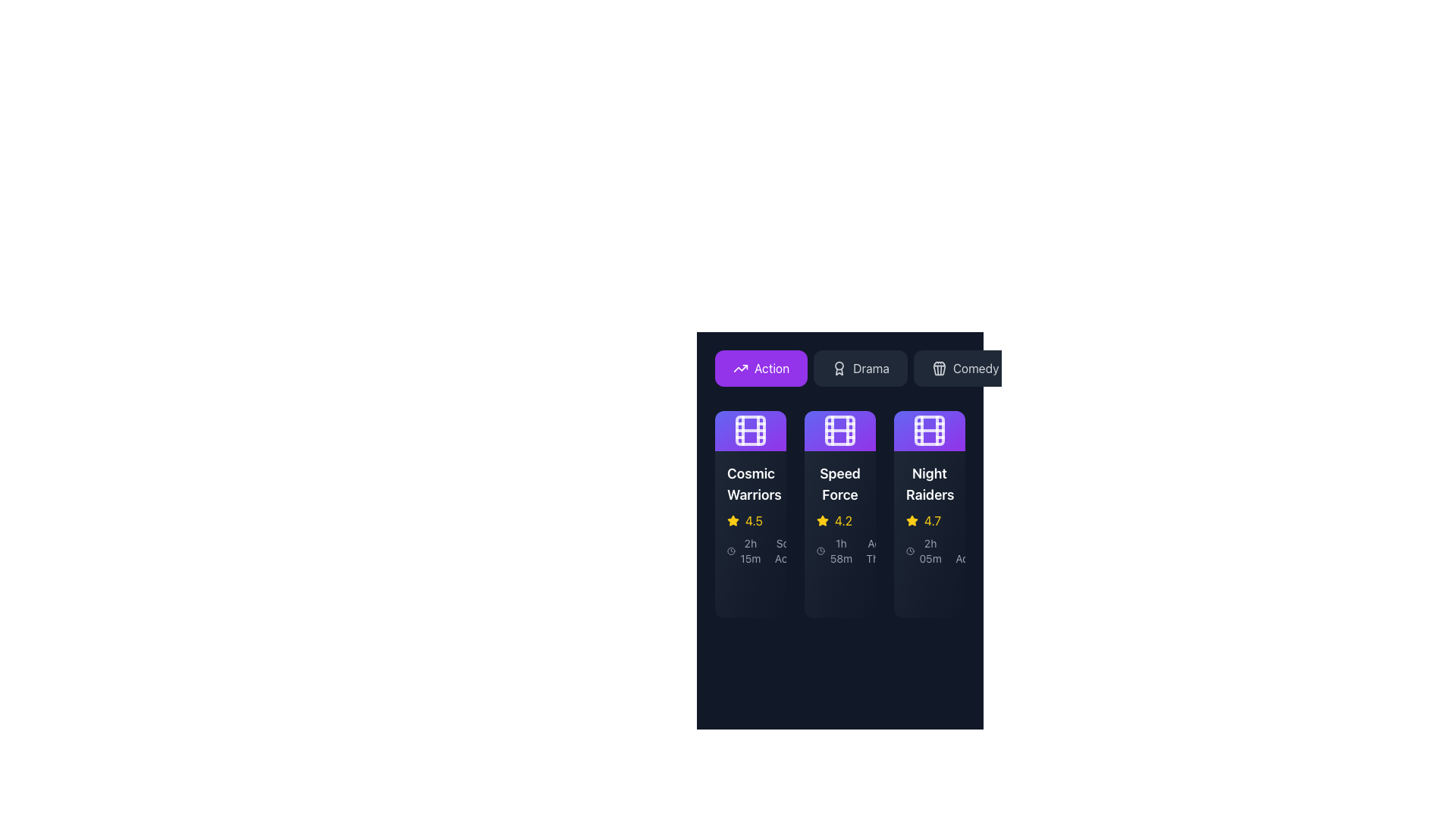  Describe the element at coordinates (839, 369) in the screenshot. I see `the circular badge-like icon above the text 'Drama', which is styled with intricate details and located in the second position among its sibling category buttons` at that location.